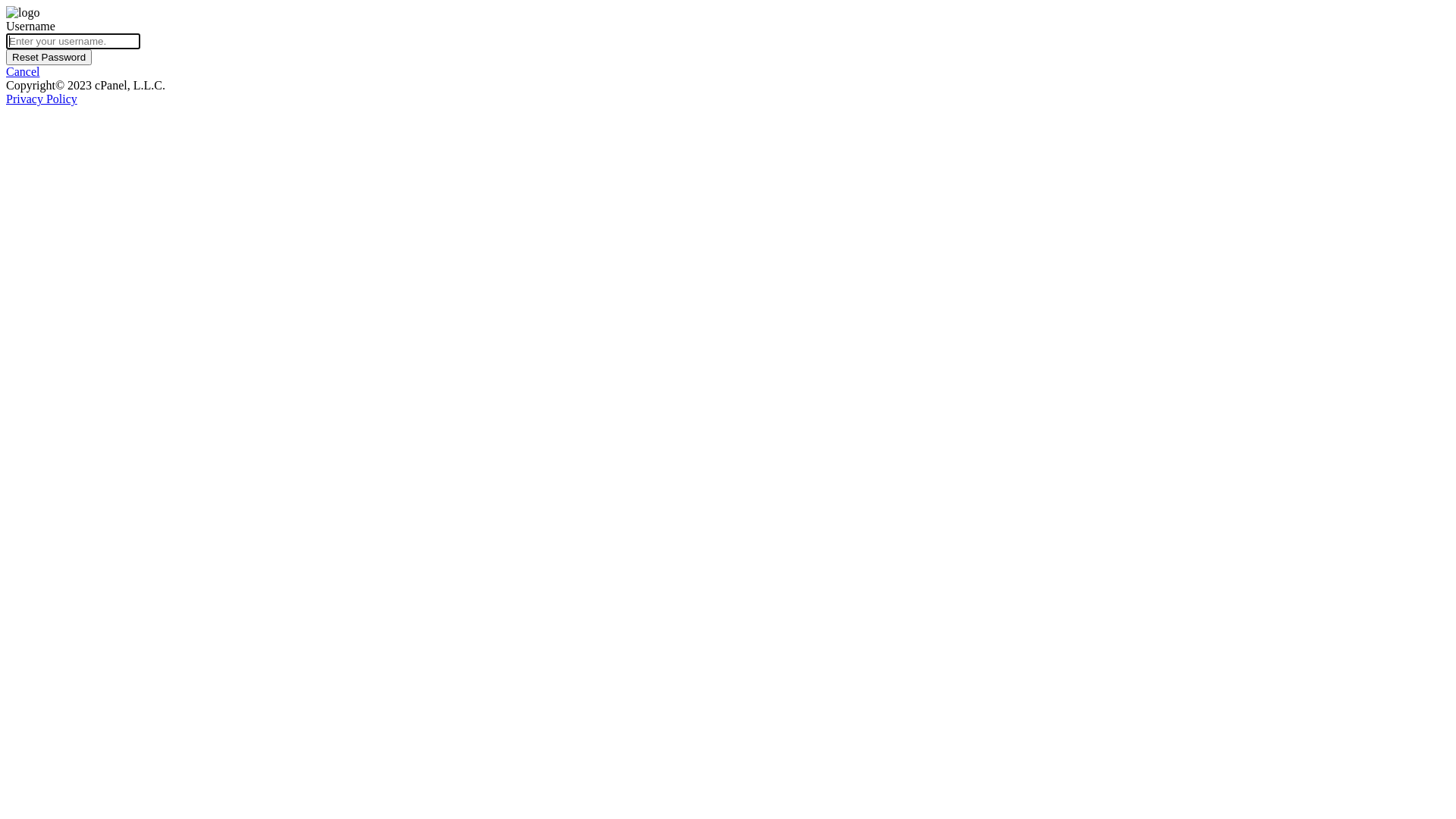 The height and width of the screenshot is (819, 1456). What do you see at coordinates (6, 99) in the screenshot?
I see `'Privacy Policy'` at bounding box center [6, 99].